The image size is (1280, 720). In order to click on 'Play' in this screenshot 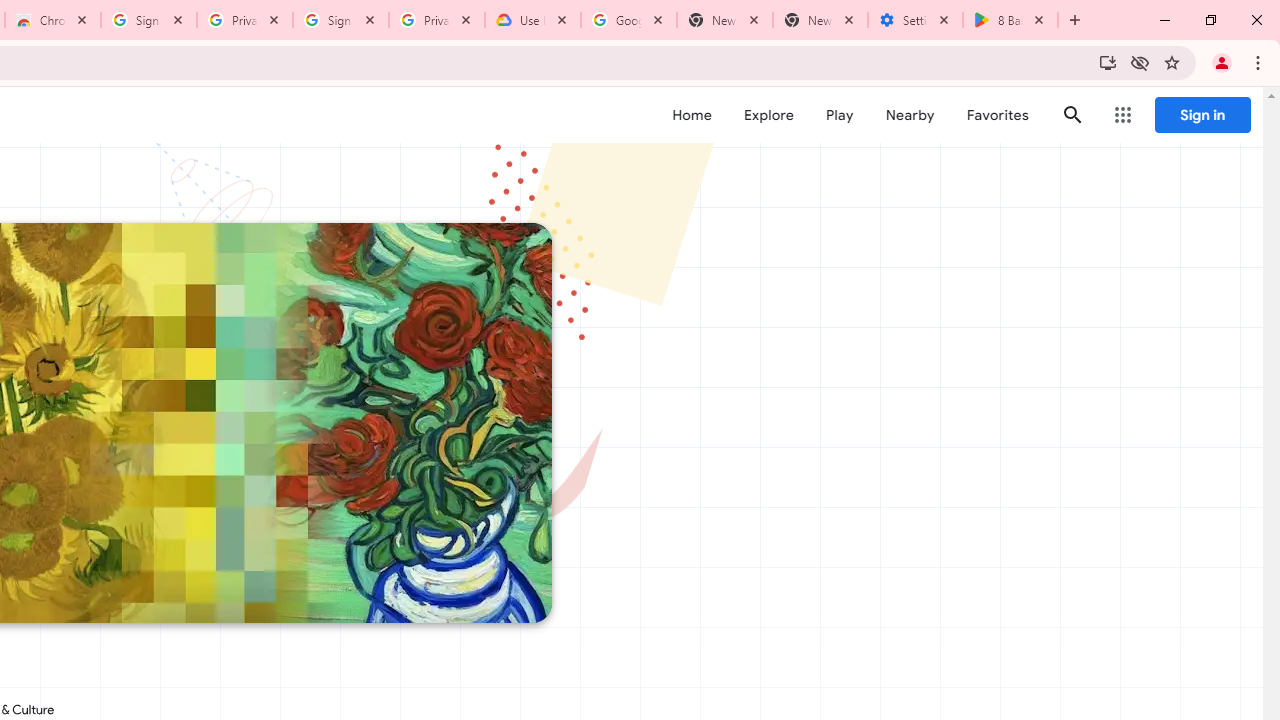, I will do `click(840, 115)`.